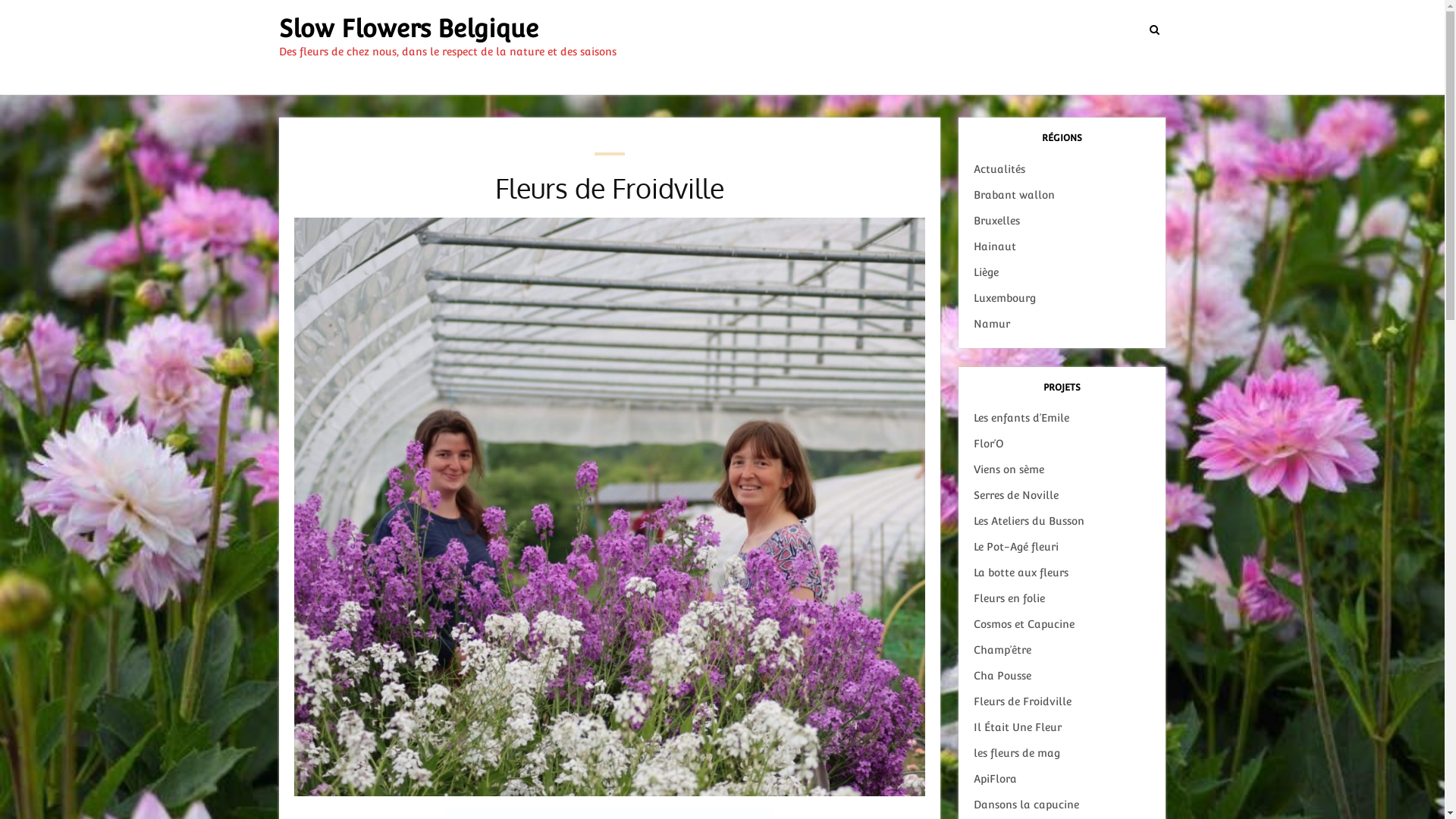  Describe the element at coordinates (973, 752) in the screenshot. I see `'les fleurs de mag'` at that location.